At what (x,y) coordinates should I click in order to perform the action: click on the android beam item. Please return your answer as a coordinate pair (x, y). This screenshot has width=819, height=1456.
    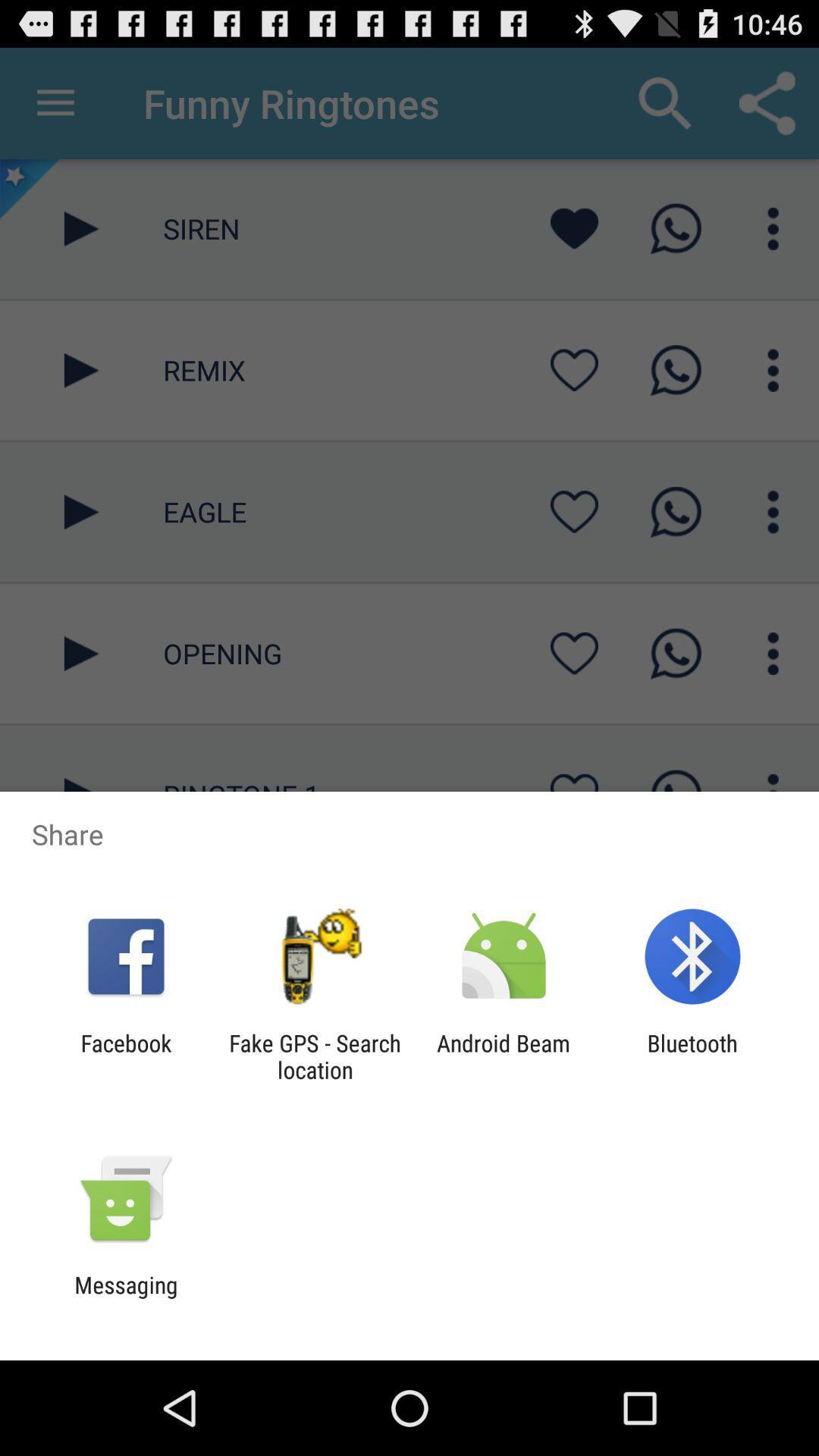
    Looking at the image, I should click on (504, 1056).